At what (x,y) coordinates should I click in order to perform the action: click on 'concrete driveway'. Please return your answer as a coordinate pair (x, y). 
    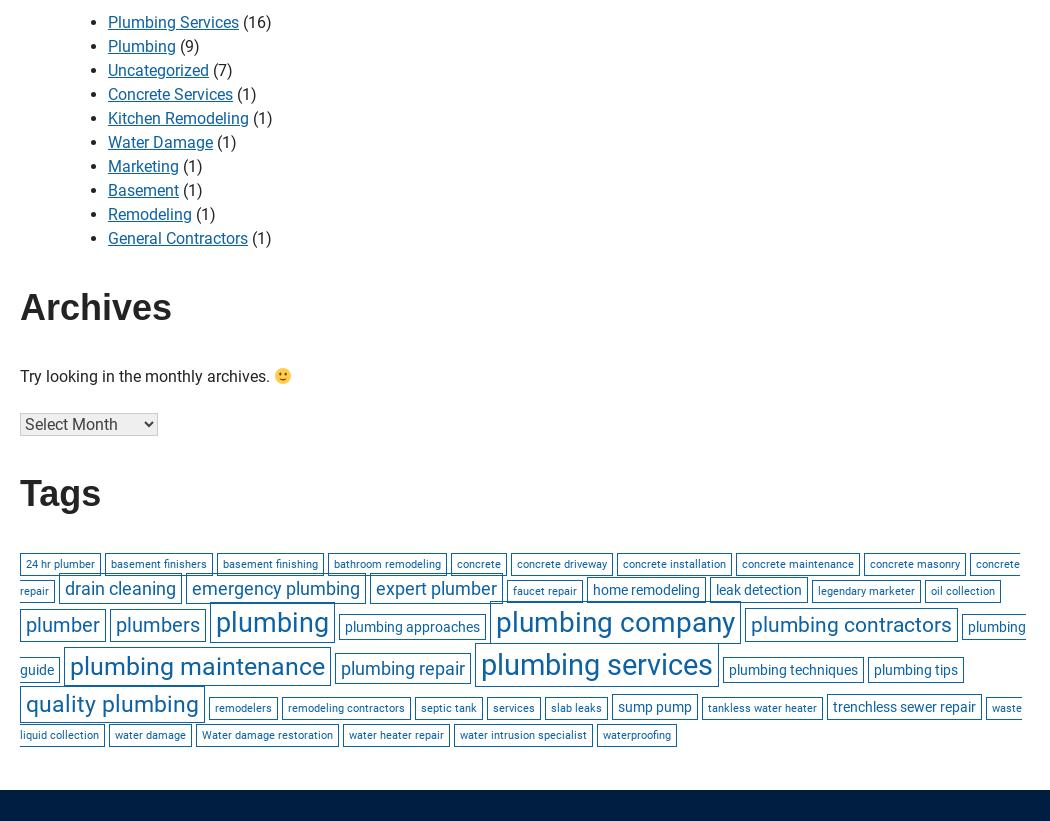
    Looking at the image, I should click on (561, 562).